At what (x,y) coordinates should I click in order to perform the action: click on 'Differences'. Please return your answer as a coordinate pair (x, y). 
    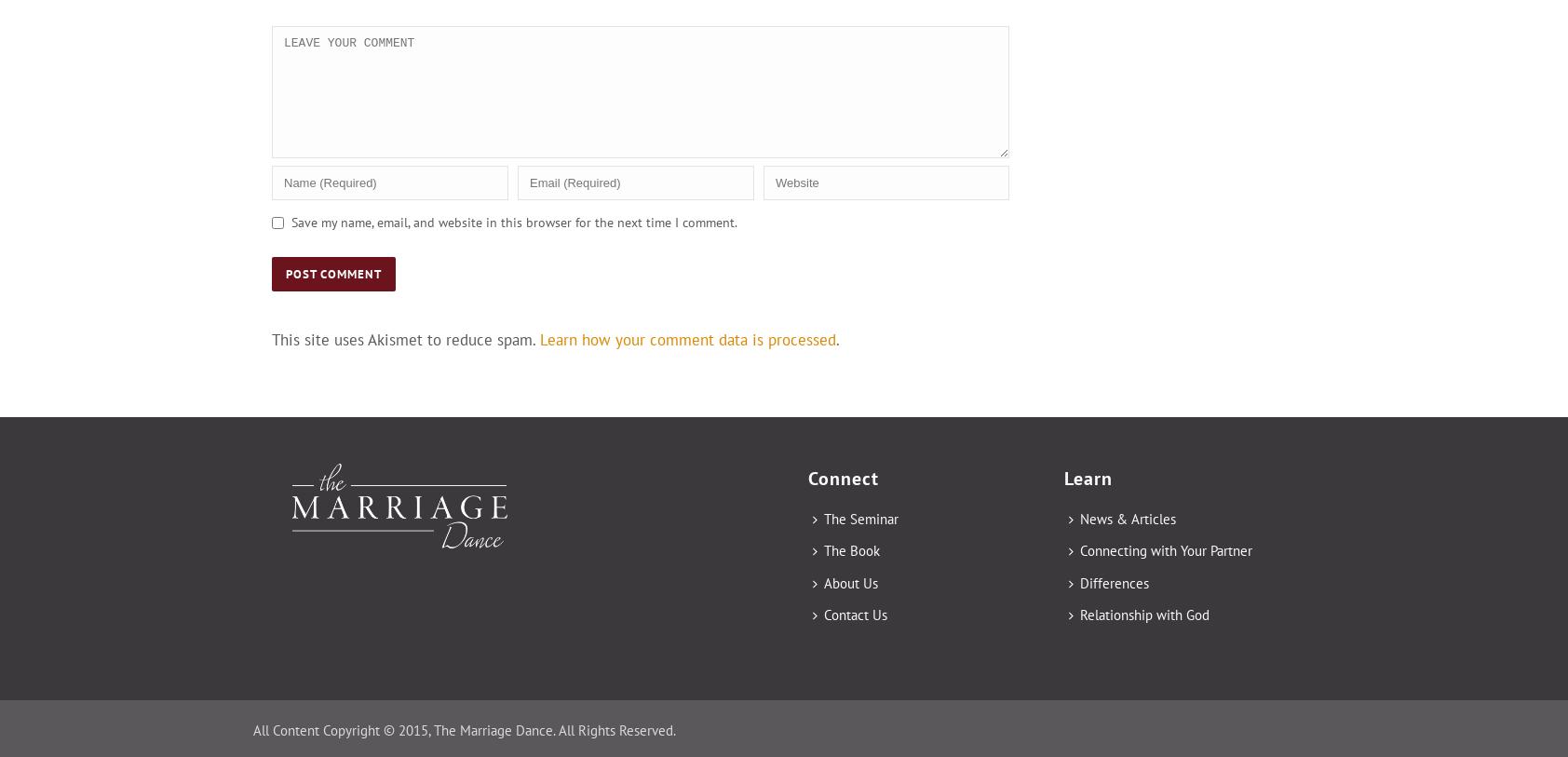
    Looking at the image, I should click on (1114, 582).